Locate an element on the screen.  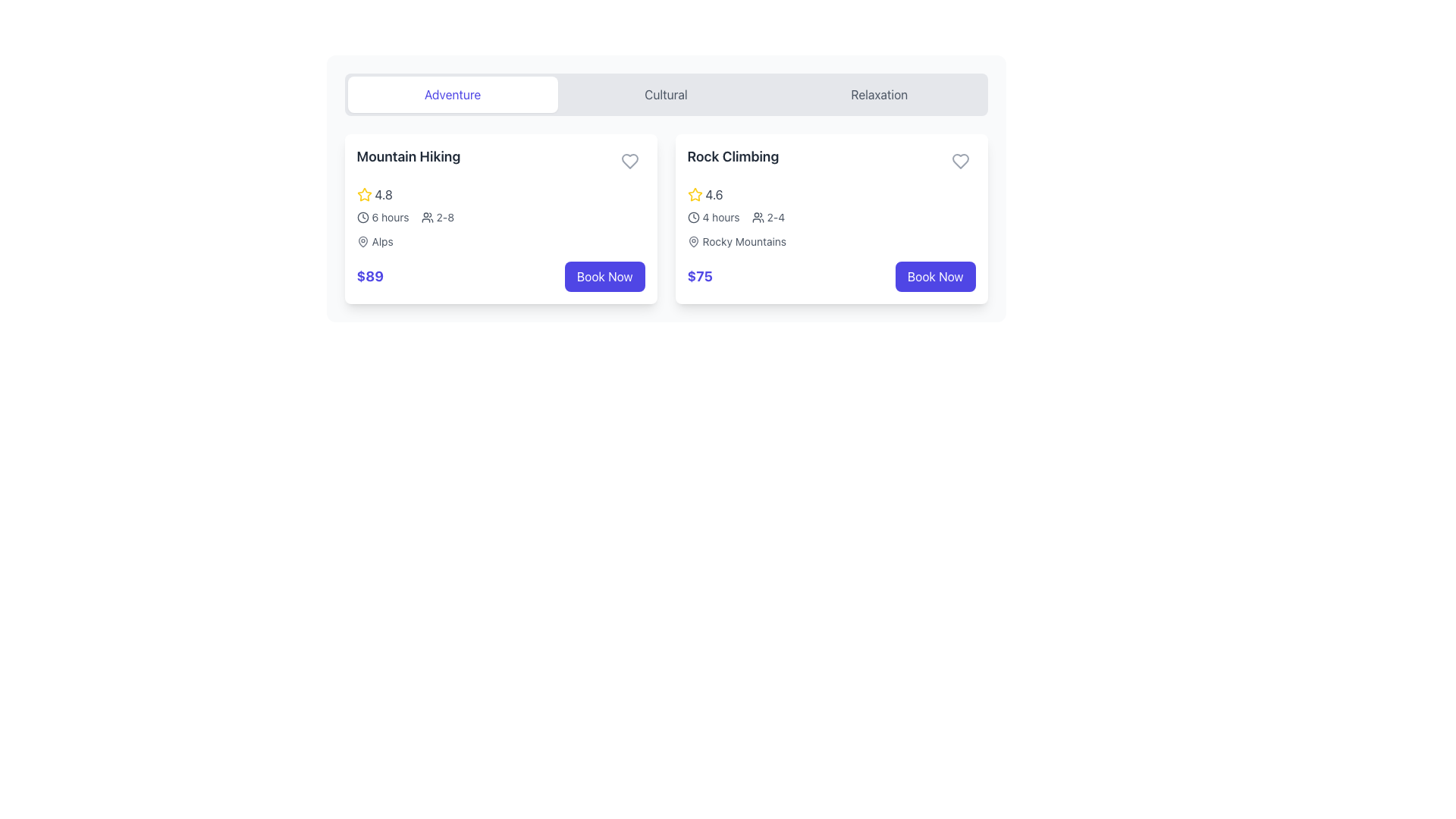
the small icon representing a group of people, which is located to the left of the text '2-4' in the group details section of the 'Rock Climbing' card is located at coordinates (758, 217).